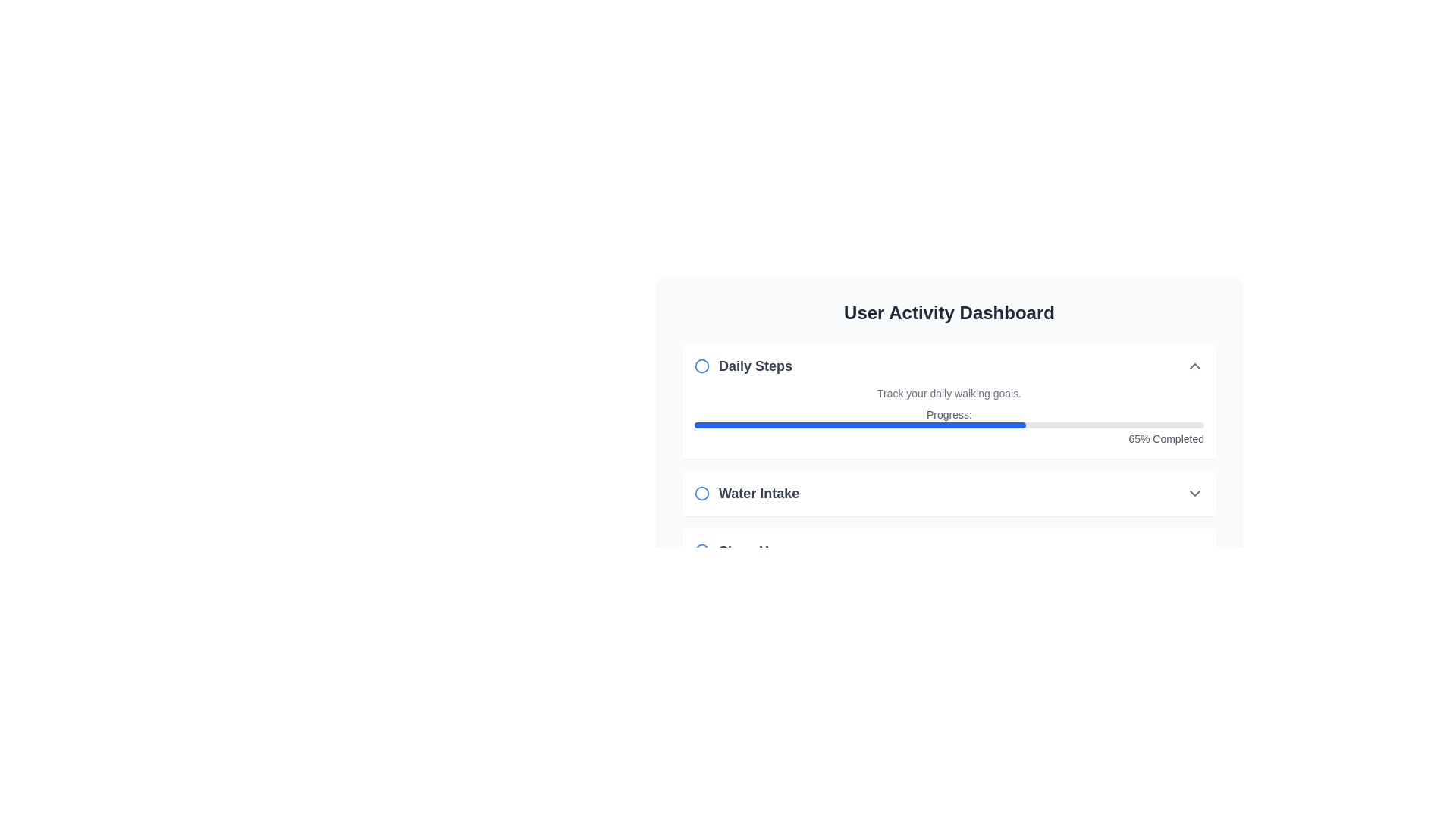  I want to click on the downward-facing chevron icon next to the 'Water Intake' text for accessibility navigation, so click(1194, 494).